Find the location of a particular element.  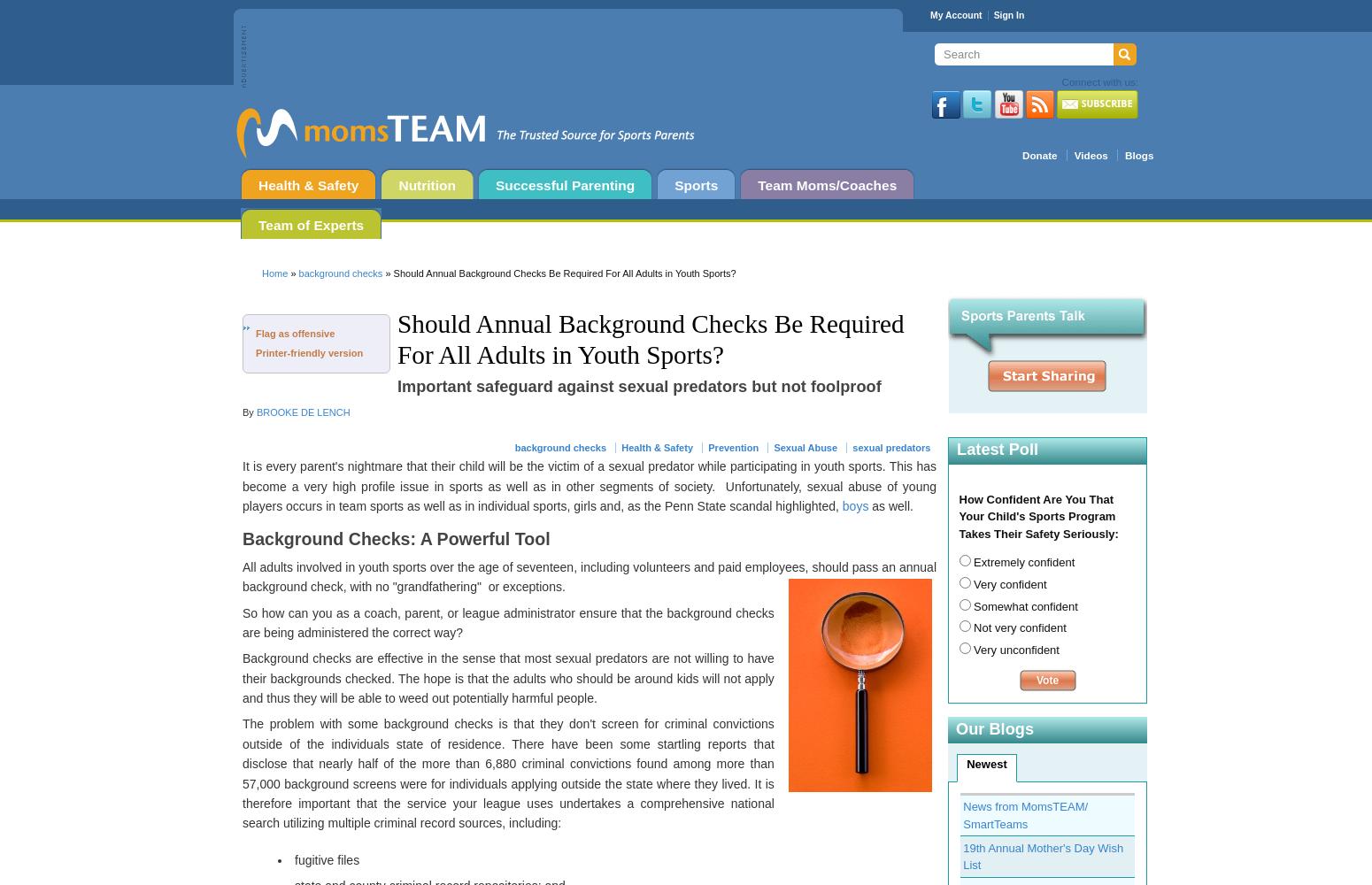

'Sports' is located at coordinates (695, 184).